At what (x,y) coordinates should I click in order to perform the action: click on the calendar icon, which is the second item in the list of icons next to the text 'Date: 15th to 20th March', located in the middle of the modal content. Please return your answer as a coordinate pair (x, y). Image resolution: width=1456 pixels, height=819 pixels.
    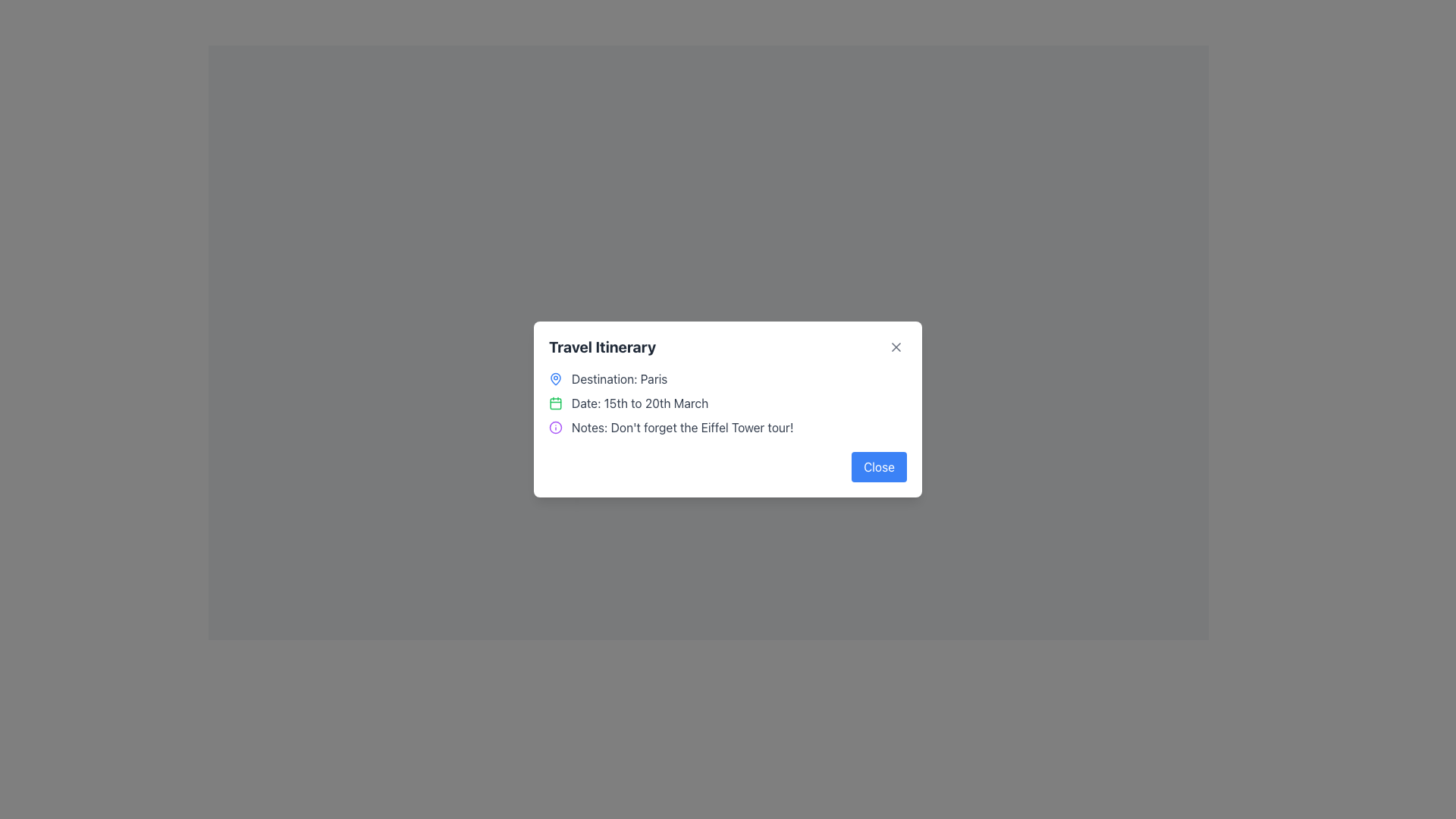
    Looking at the image, I should click on (555, 403).